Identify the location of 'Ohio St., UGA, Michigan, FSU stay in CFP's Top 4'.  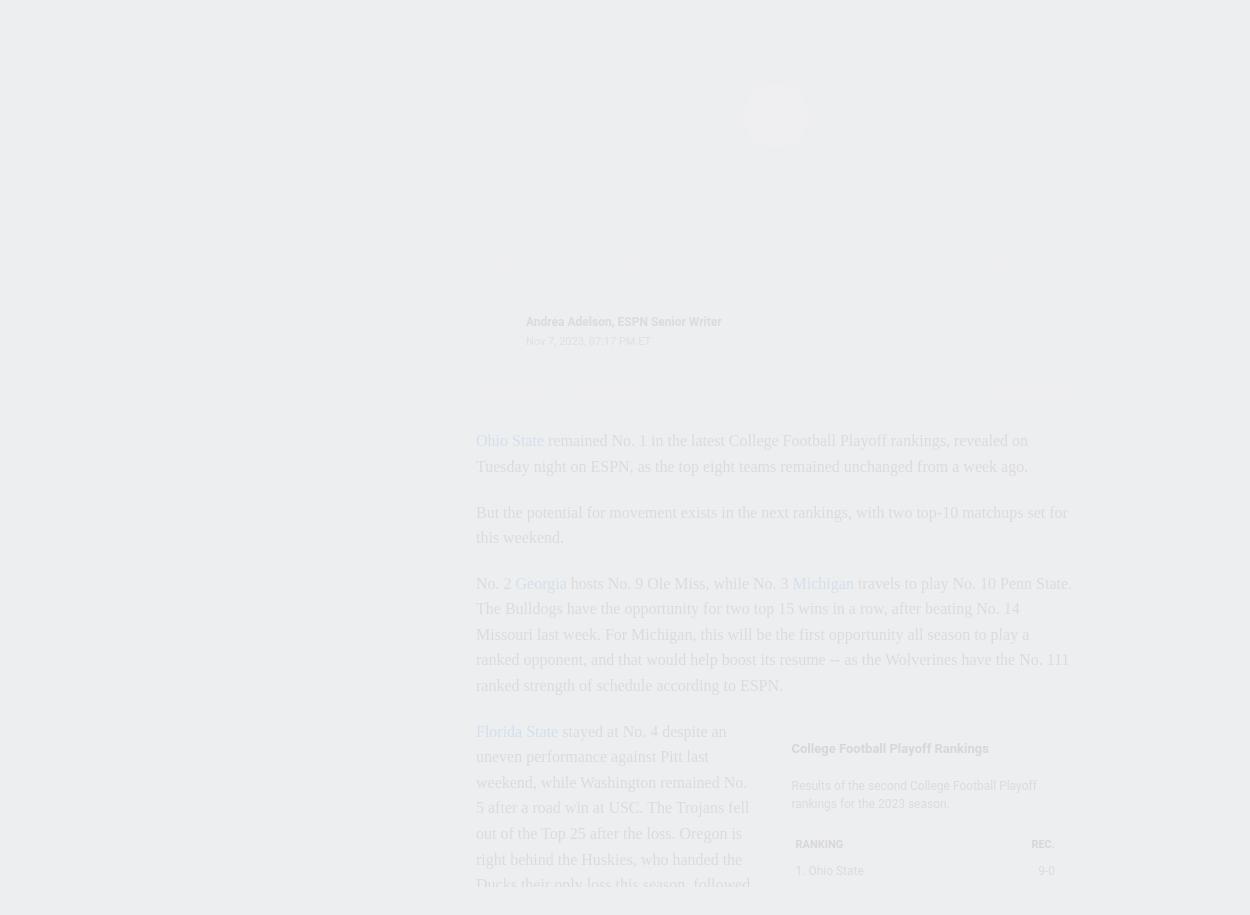
(280, 371).